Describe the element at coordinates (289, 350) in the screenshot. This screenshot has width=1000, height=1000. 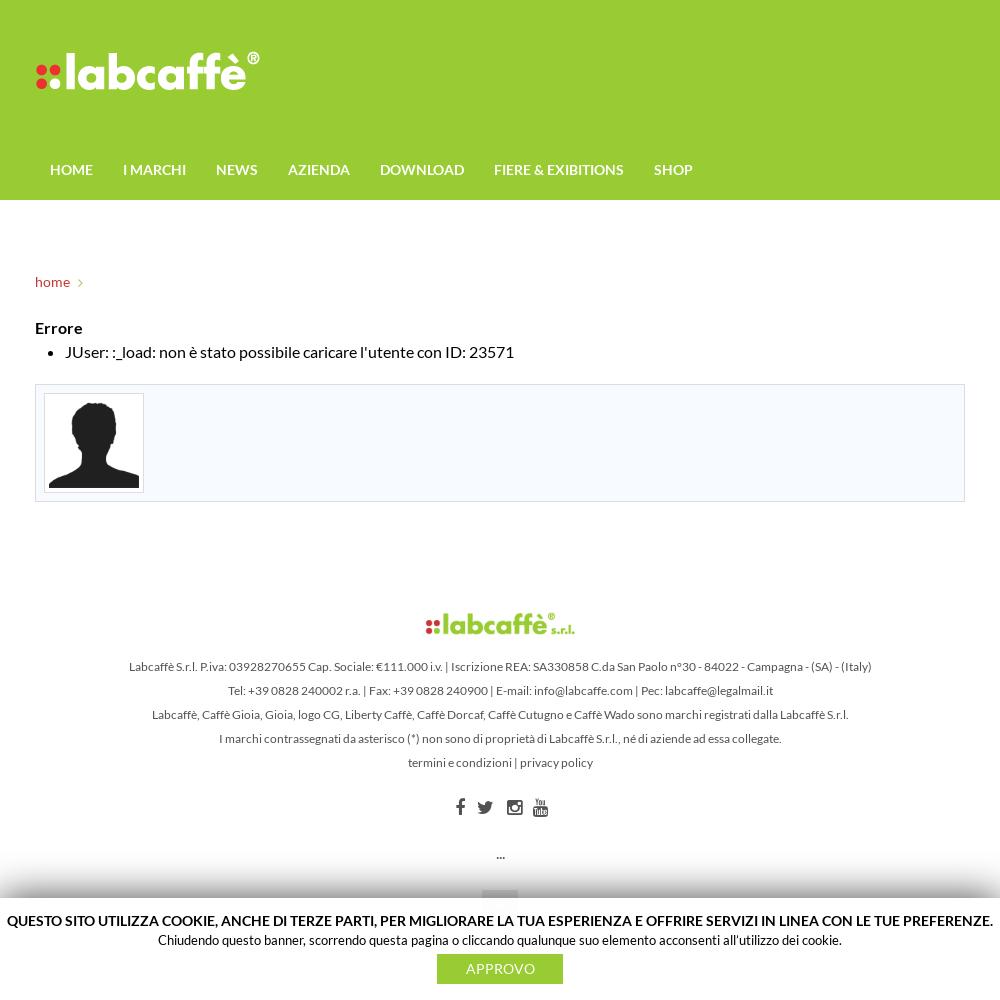
I see `'JUser: :_load: non è stato possibile caricare l'utente con ID: 23571'` at that location.